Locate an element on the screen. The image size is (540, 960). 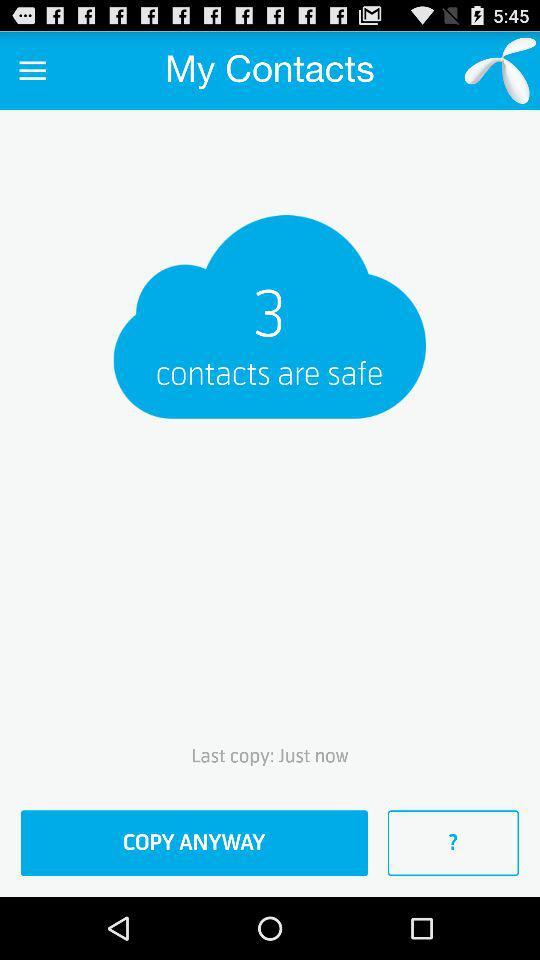
the  ?  icon is located at coordinates (453, 842).